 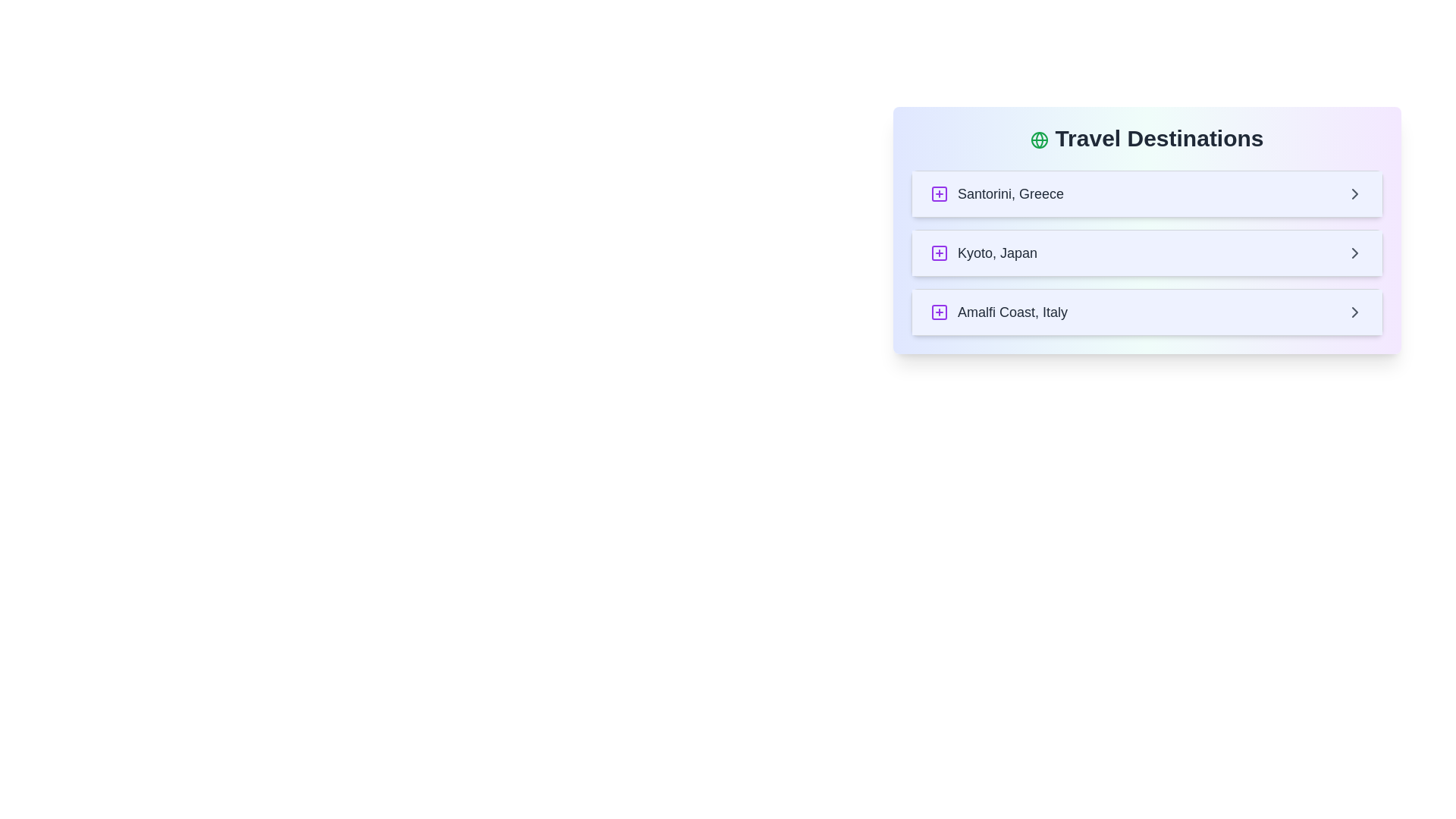 I want to click on the second list item that represents 'Kyoto, Japan', so click(x=1147, y=253).